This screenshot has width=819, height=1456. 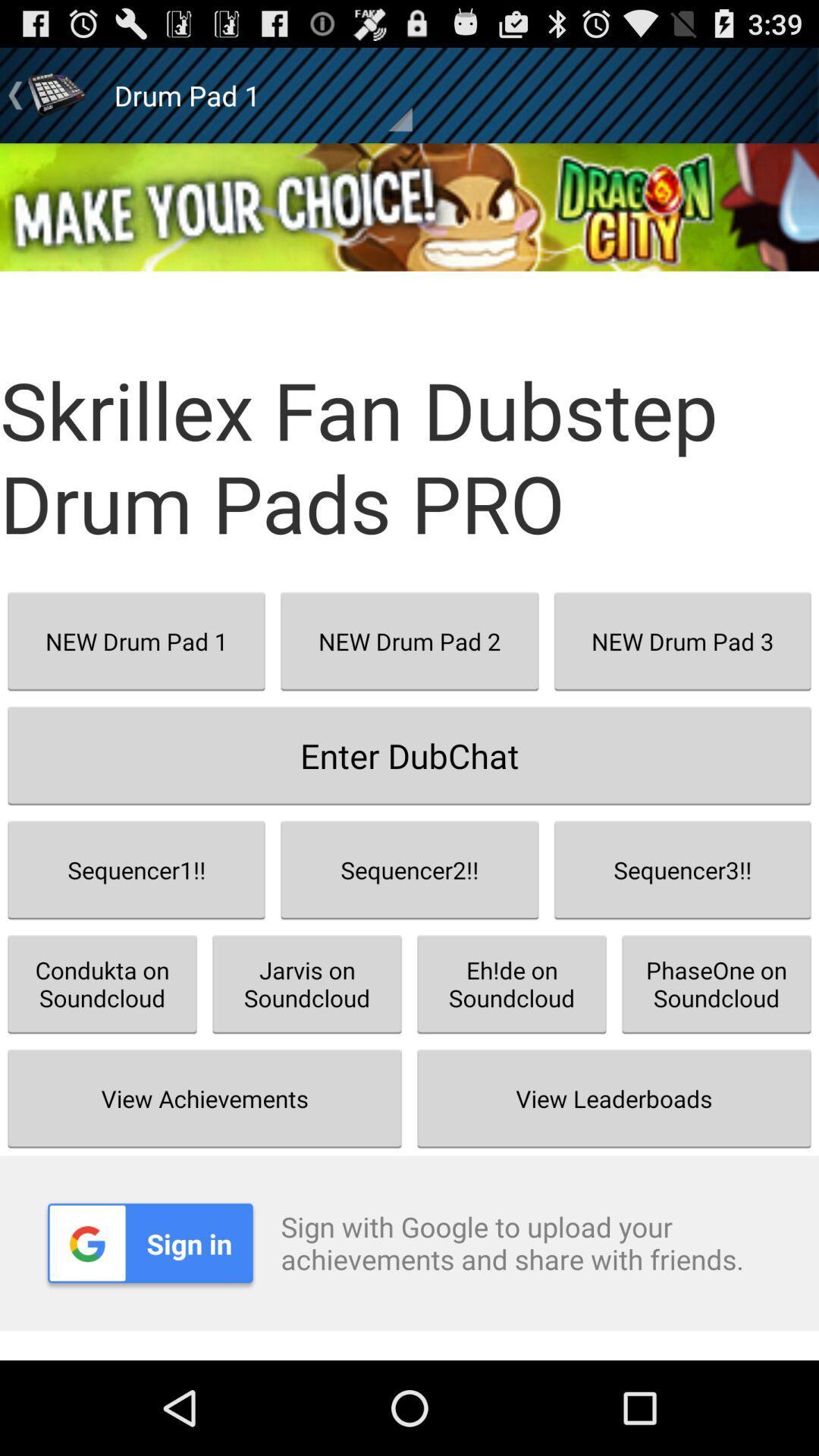 What do you see at coordinates (409, 206) in the screenshot?
I see `the app above the skrillex fan dubstep icon` at bounding box center [409, 206].